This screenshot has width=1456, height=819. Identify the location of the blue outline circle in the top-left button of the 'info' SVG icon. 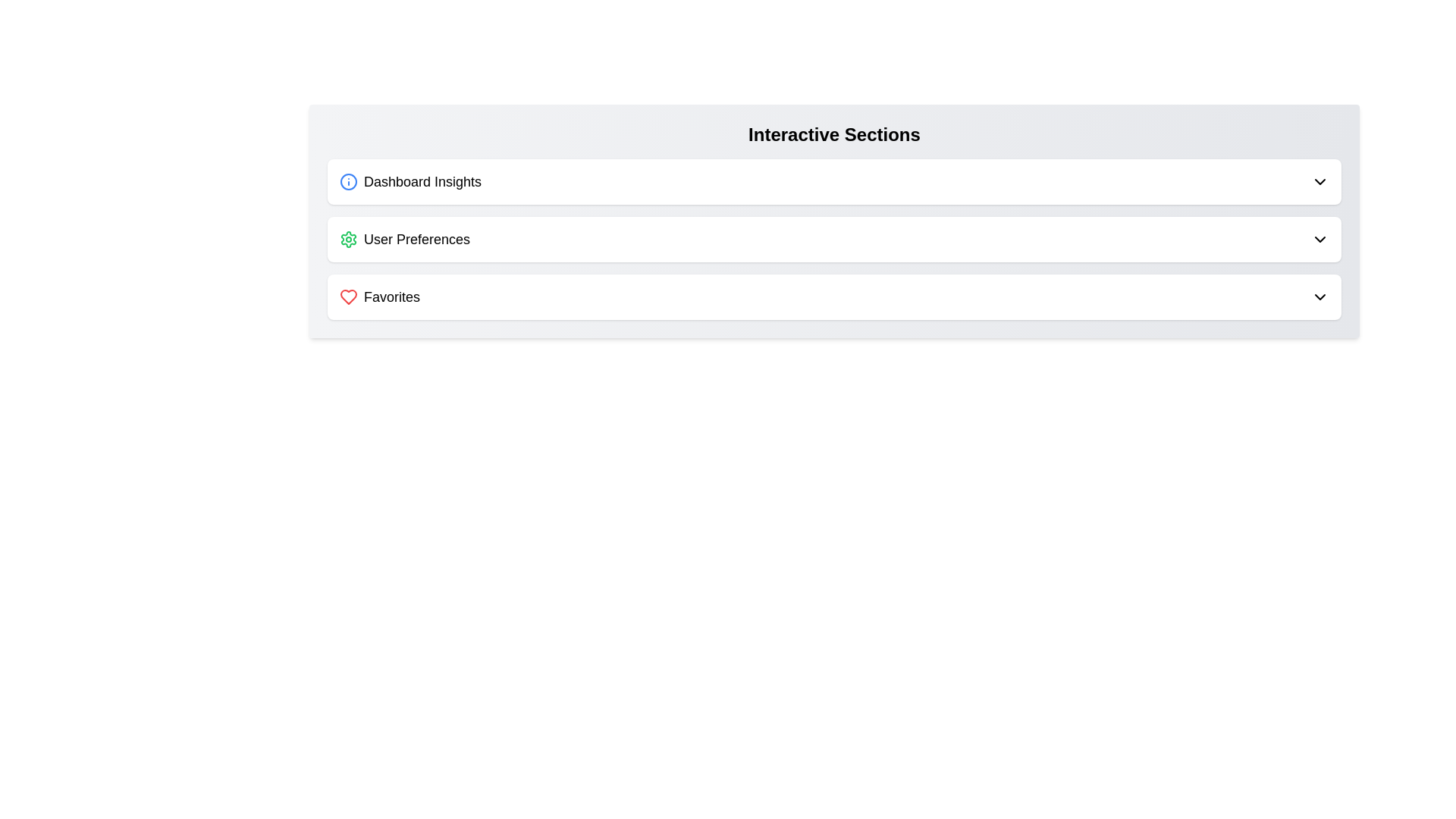
(348, 180).